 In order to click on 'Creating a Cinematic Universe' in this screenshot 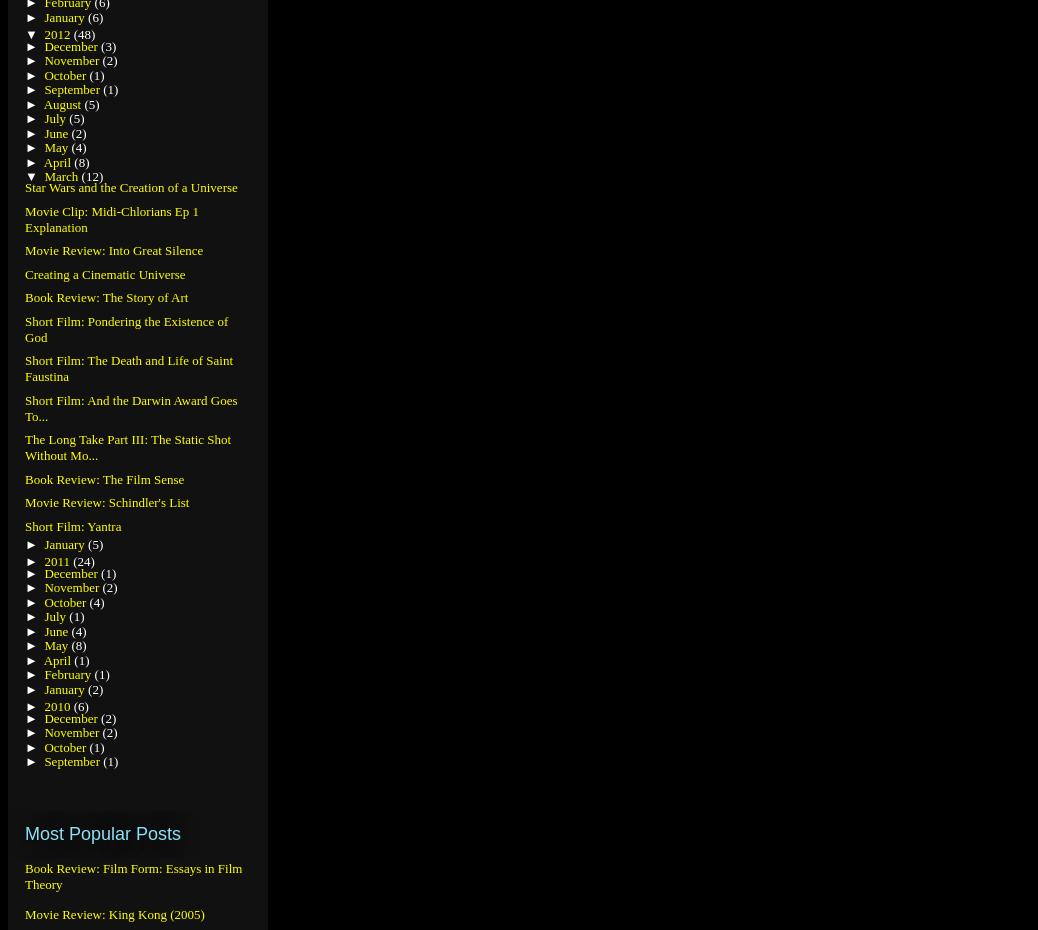, I will do `click(104, 273)`.